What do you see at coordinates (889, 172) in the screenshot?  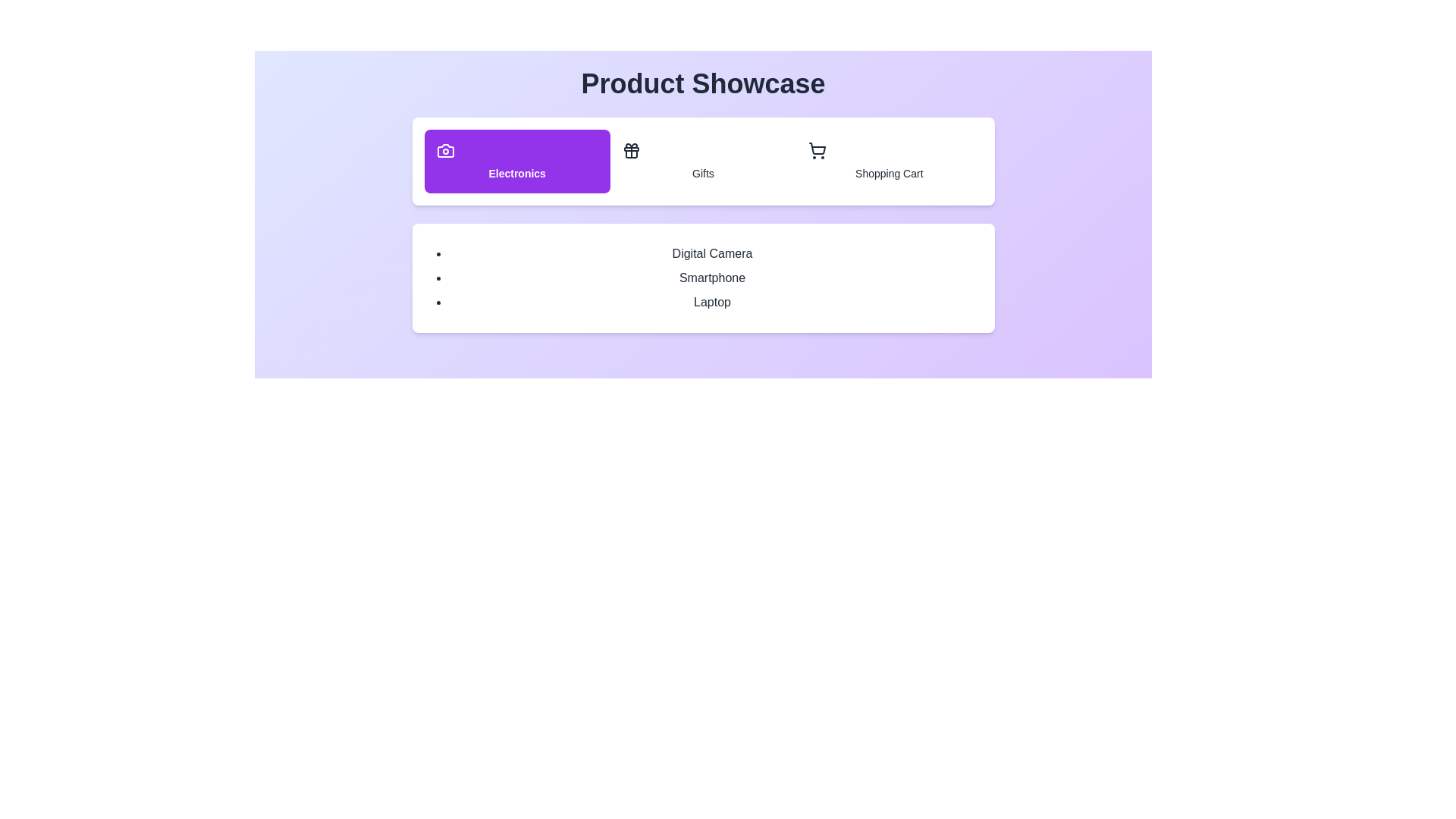 I see `the 'Shopping Cart' static text label located in the upper-right section of the navigation menu, which visually pairs with the shopping cart icon above it` at bounding box center [889, 172].